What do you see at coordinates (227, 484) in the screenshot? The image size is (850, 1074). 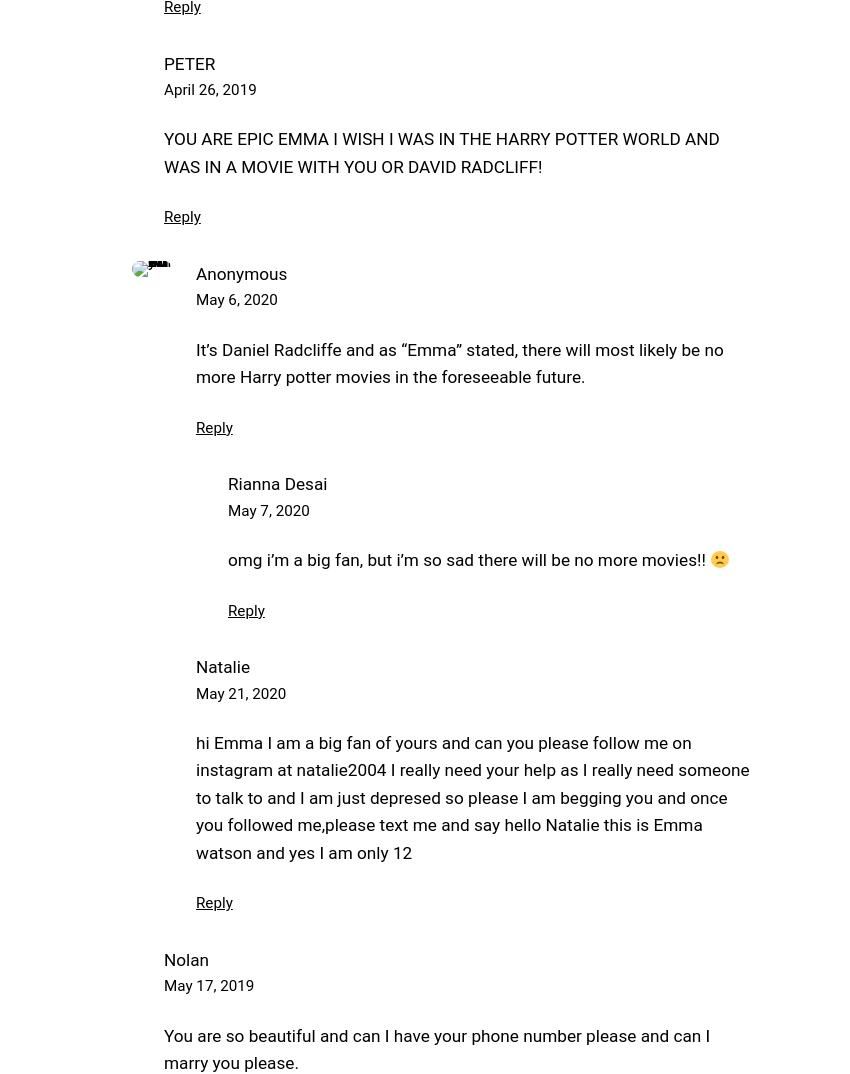 I see `'Rianna Desai'` at bounding box center [227, 484].